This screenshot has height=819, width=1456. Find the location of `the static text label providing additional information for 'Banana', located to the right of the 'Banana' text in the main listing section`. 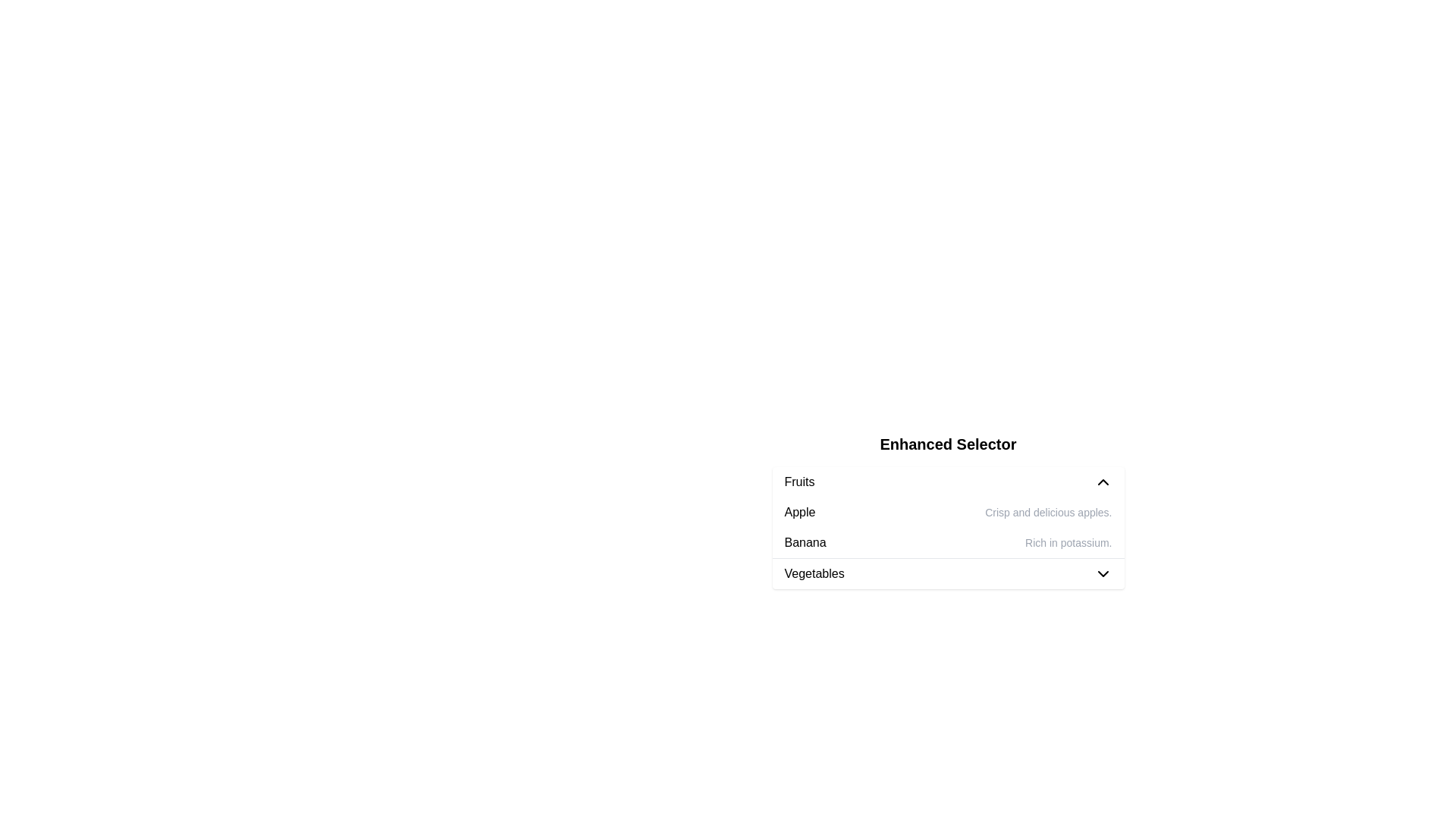

the static text label providing additional information for 'Banana', located to the right of the 'Banana' text in the main listing section is located at coordinates (1068, 542).